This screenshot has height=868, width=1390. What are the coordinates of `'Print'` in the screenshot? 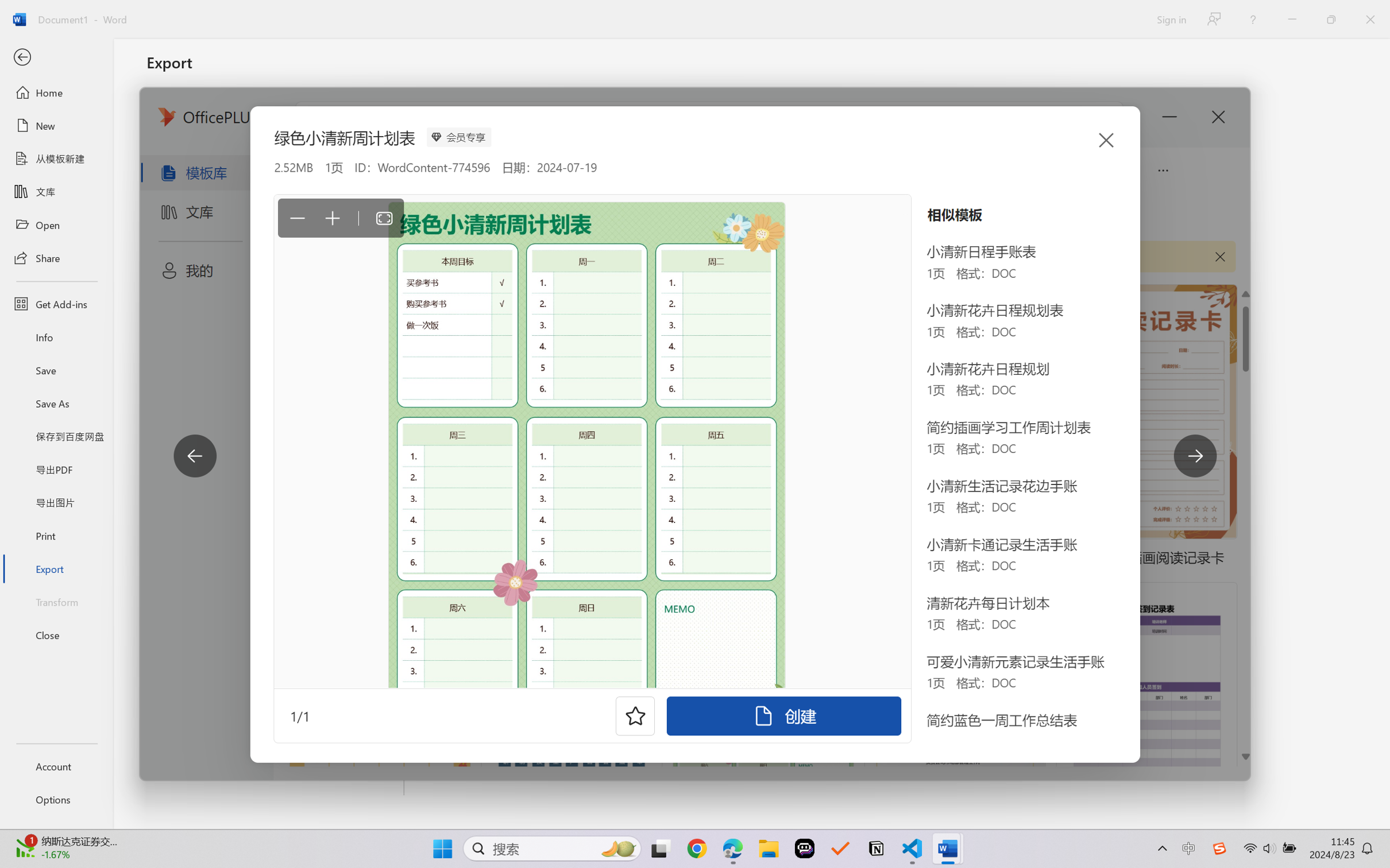 It's located at (56, 536).